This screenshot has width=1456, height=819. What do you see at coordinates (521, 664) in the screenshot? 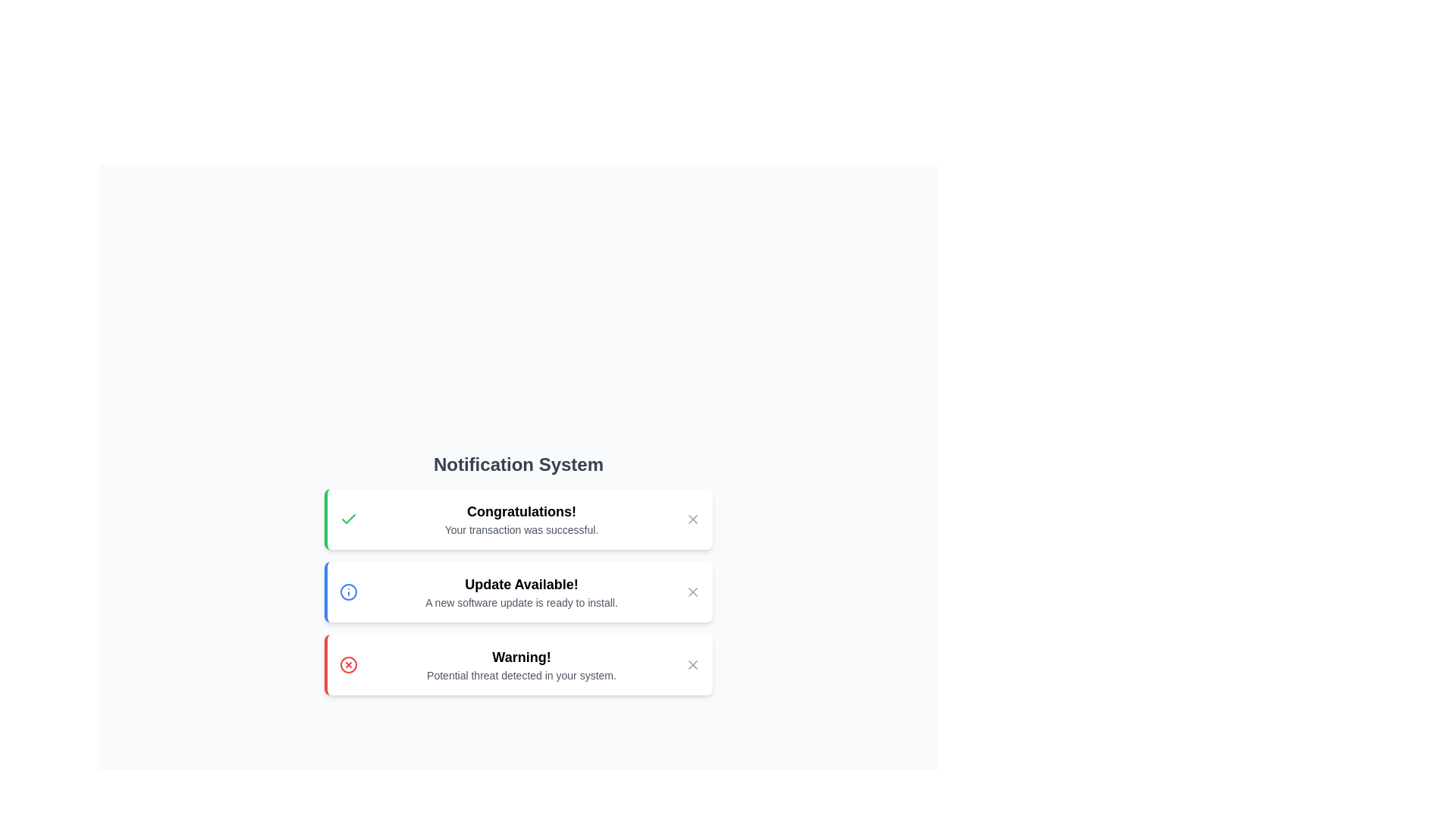
I see `the text display element that prominently shows 'Warning!' in bold, indicating a potential threat detected in the system` at bounding box center [521, 664].